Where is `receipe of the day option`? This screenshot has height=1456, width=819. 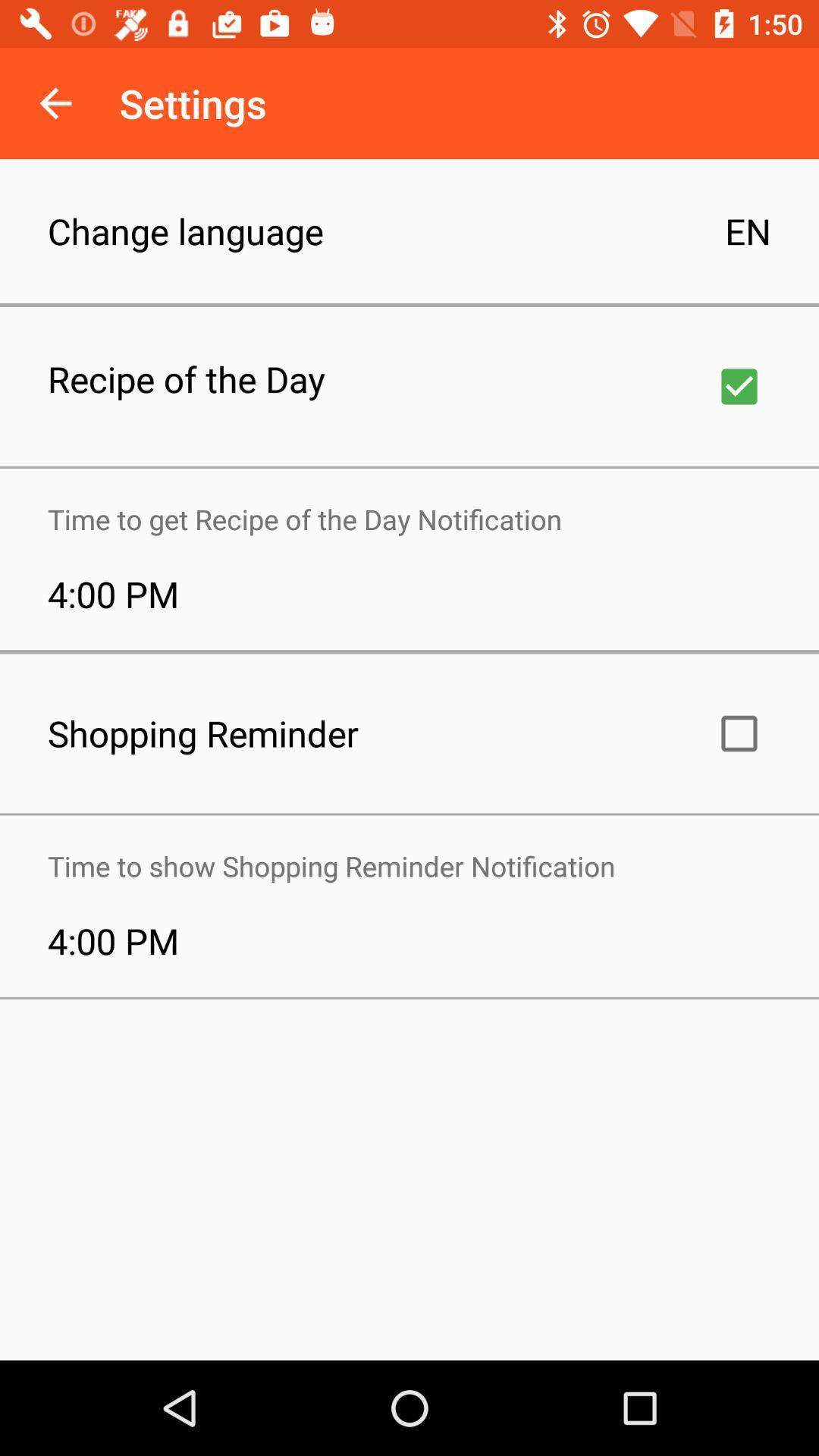
receipe of the day option is located at coordinates (739, 386).